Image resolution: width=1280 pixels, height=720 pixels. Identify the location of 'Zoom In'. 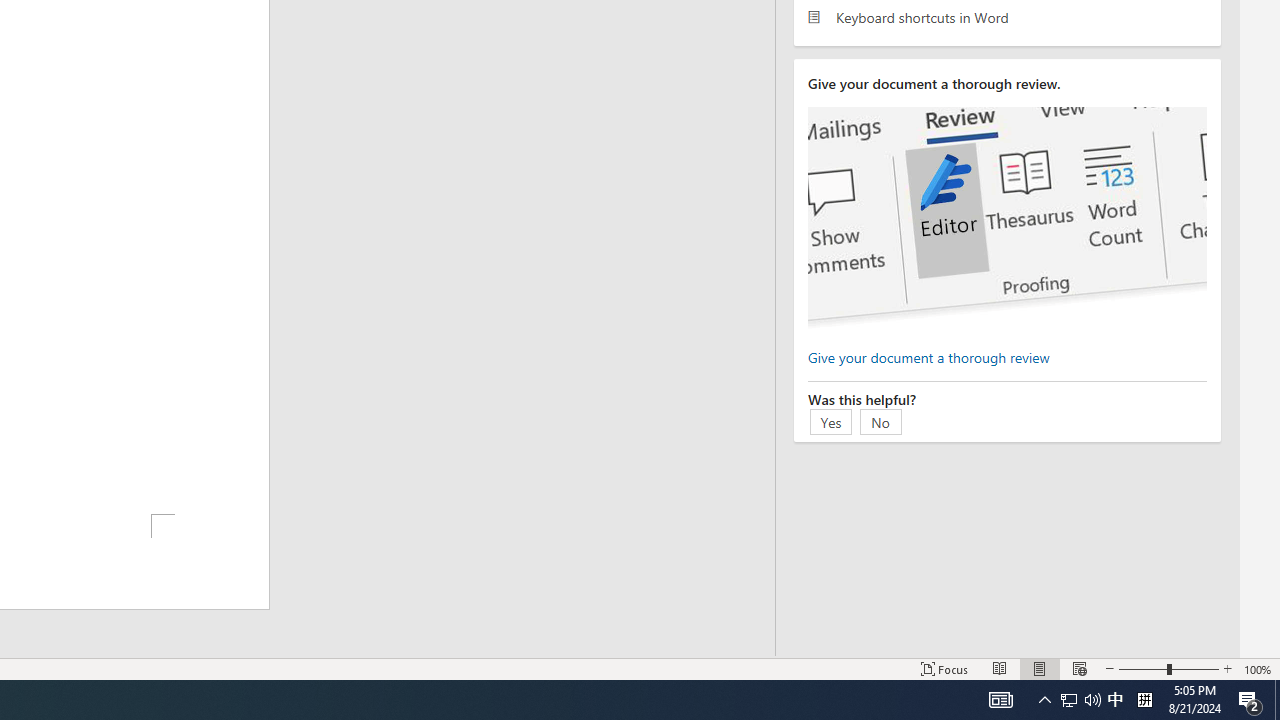
(1226, 669).